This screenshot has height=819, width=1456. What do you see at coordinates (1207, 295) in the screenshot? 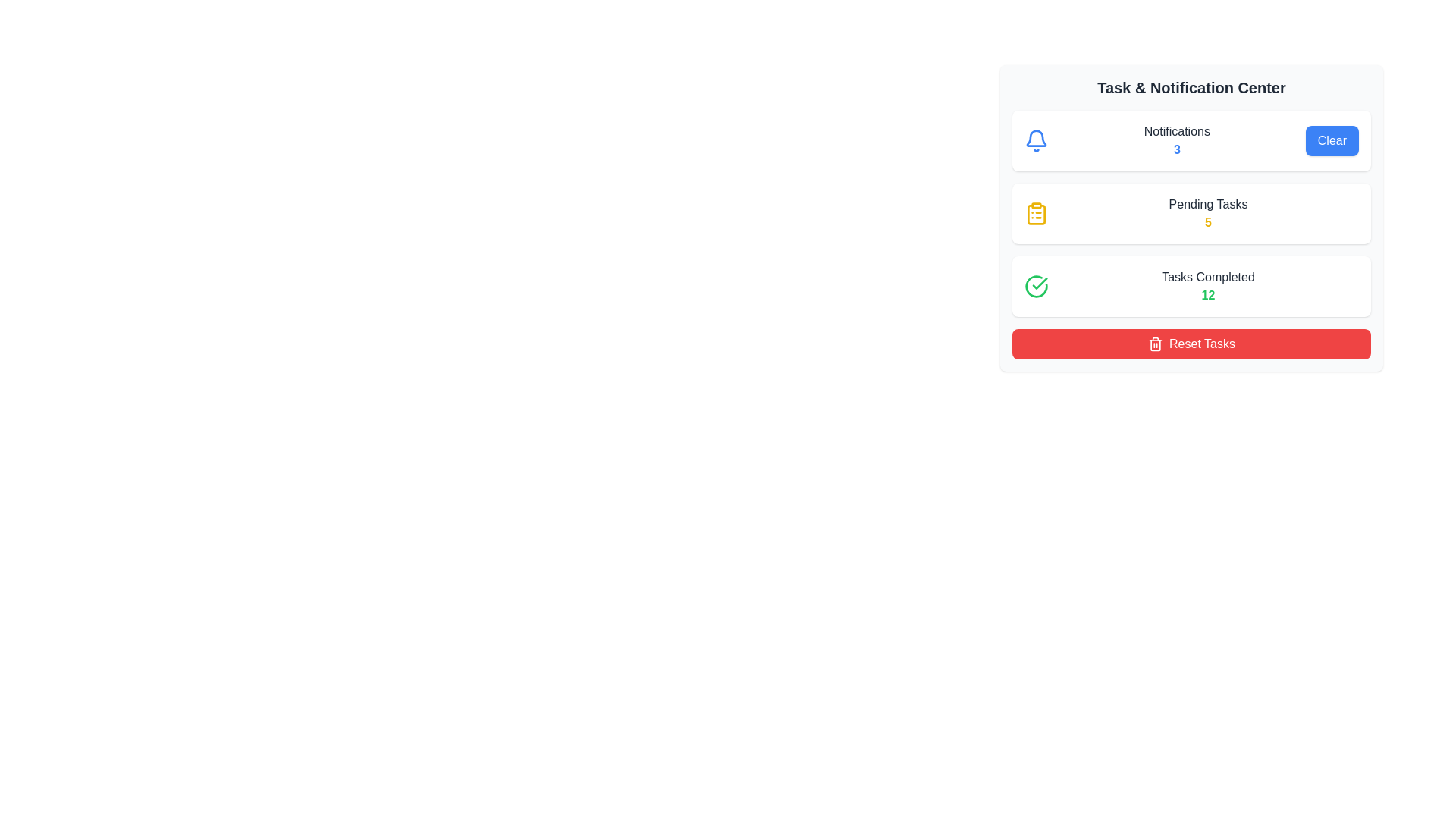
I see `the text displaying the number of completed tasks located below and to the right of 'Tasks Completed' in the 'Task & Notification Center' box` at bounding box center [1207, 295].